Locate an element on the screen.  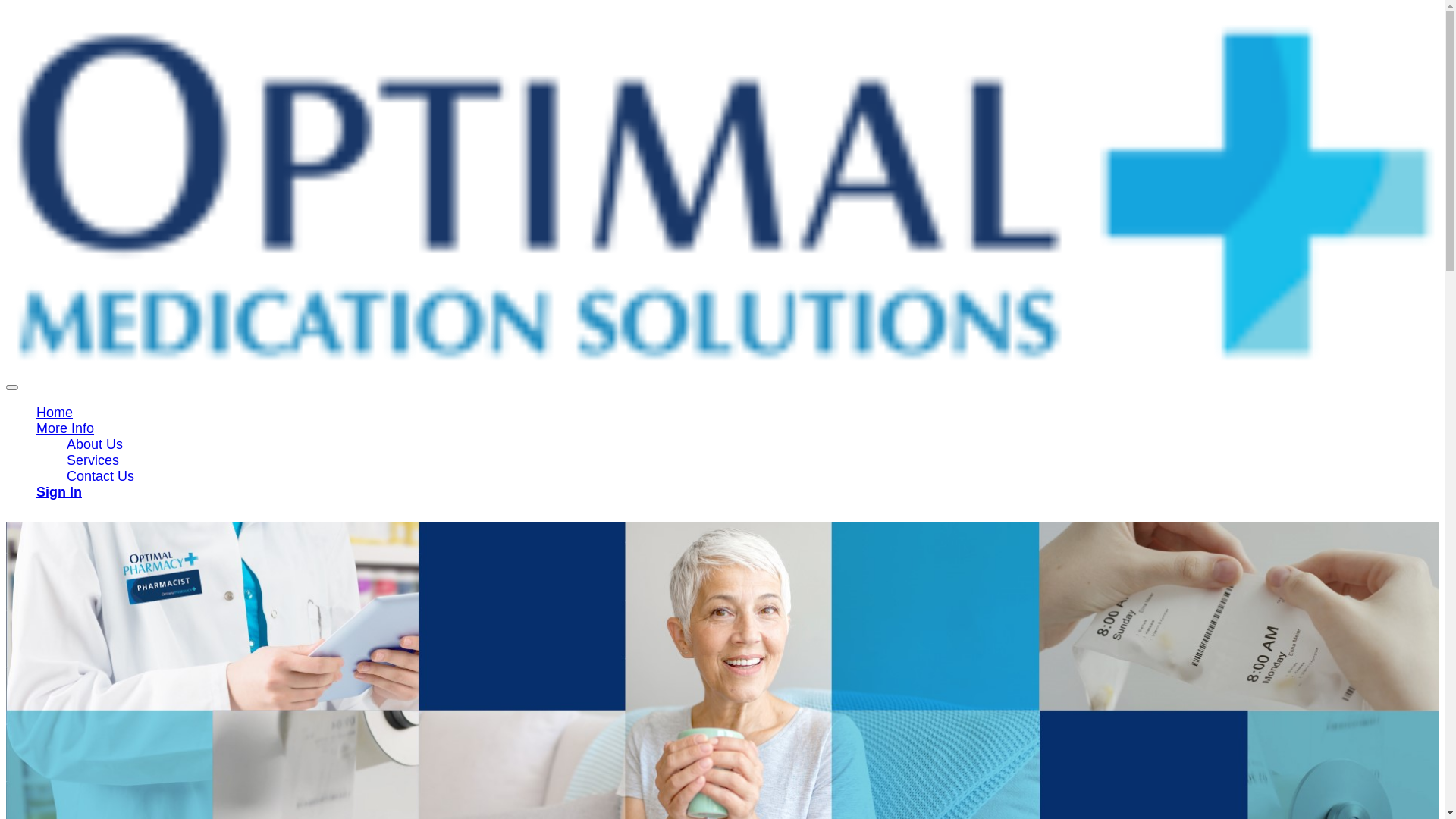
'Home' is located at coordinates (55, 412).